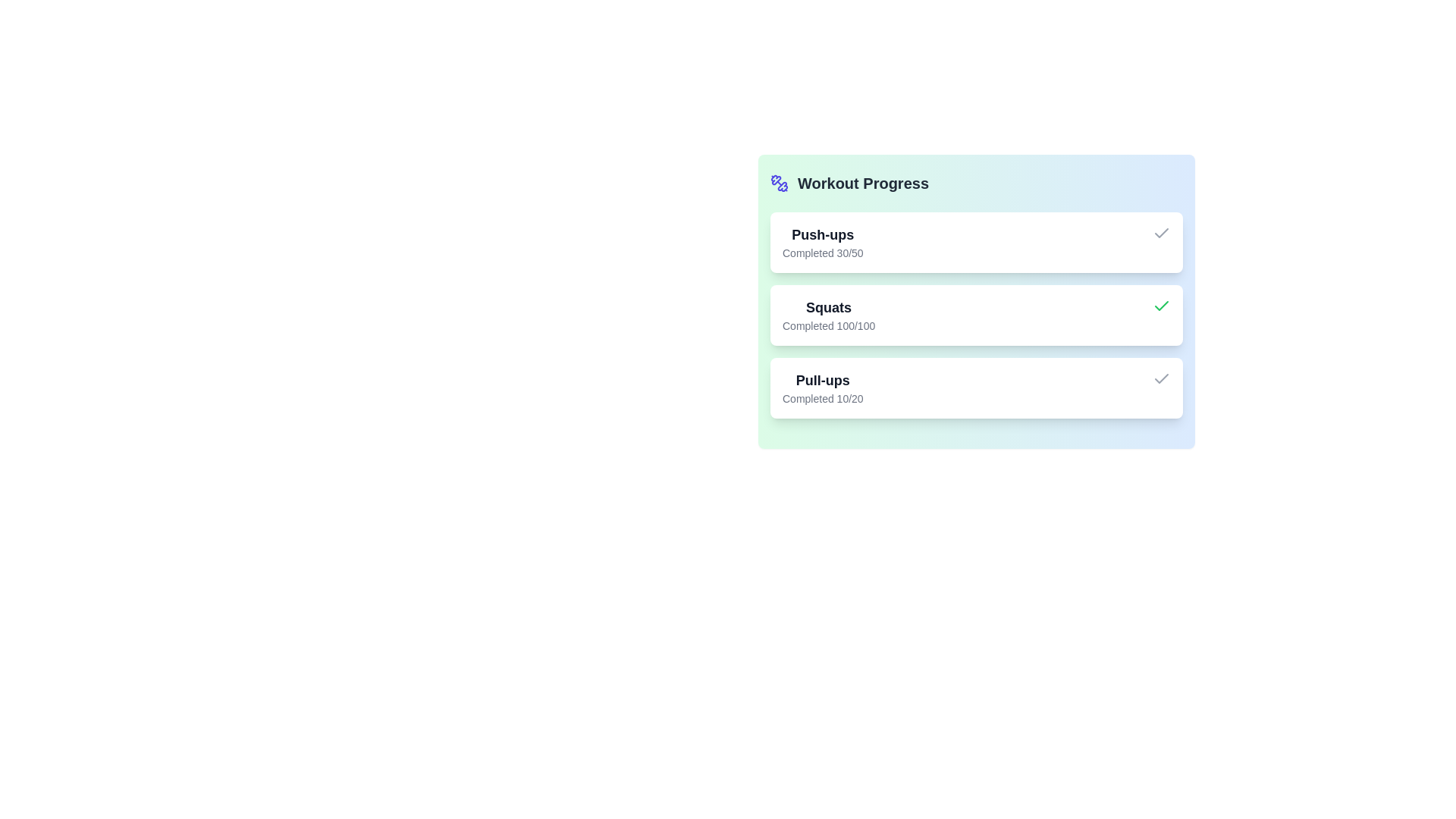  Describe the element at coordinates (822, 388) in the screenshot. I see `the text block titled 'Pull-ups' that shows 'Completed 10/20' in the 'Workout Progress' list` at that location.